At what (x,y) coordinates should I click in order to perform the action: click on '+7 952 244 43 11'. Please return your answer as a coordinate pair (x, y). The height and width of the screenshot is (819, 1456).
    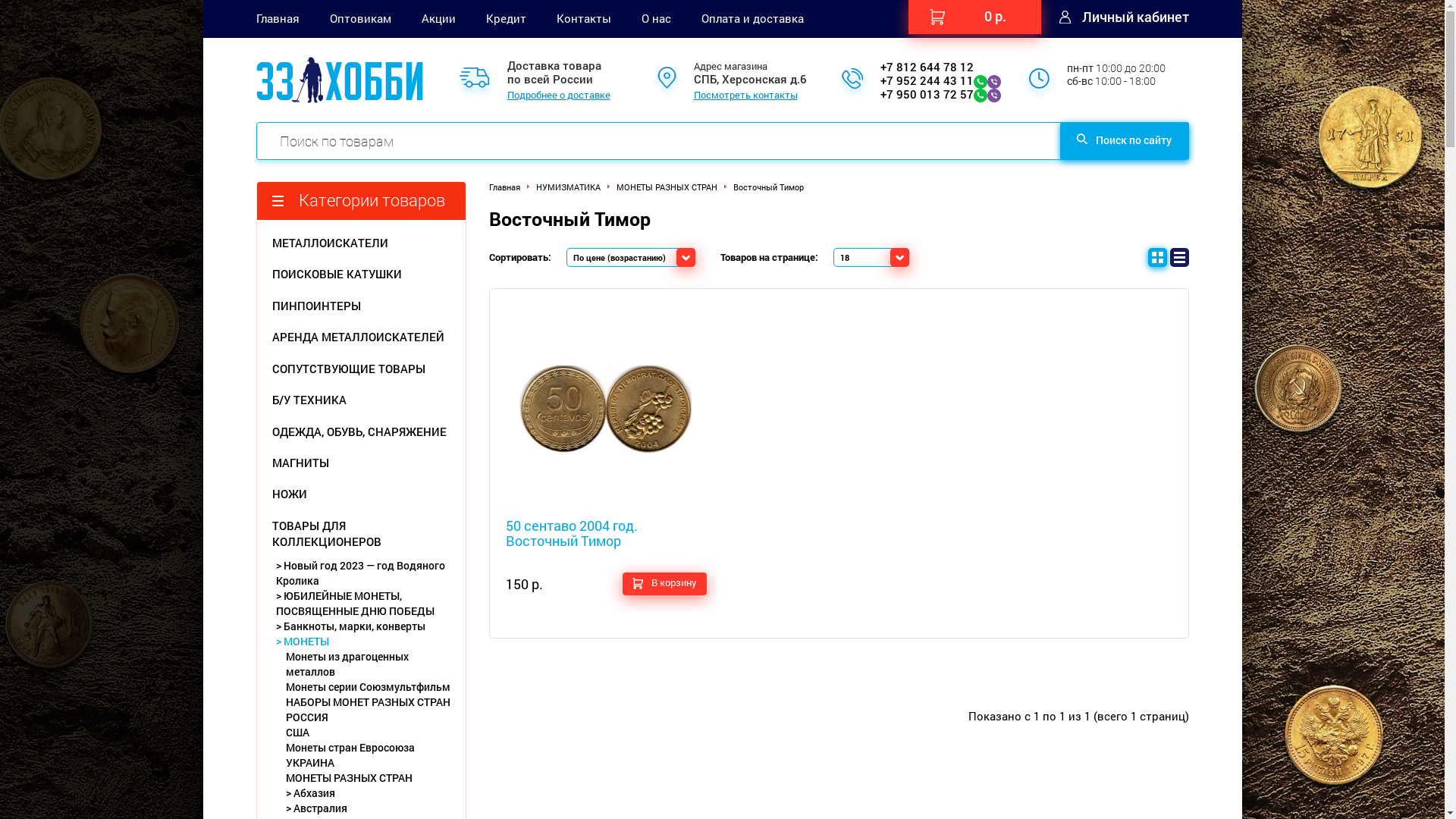
    Looking at the image, I should click on (880, 79).